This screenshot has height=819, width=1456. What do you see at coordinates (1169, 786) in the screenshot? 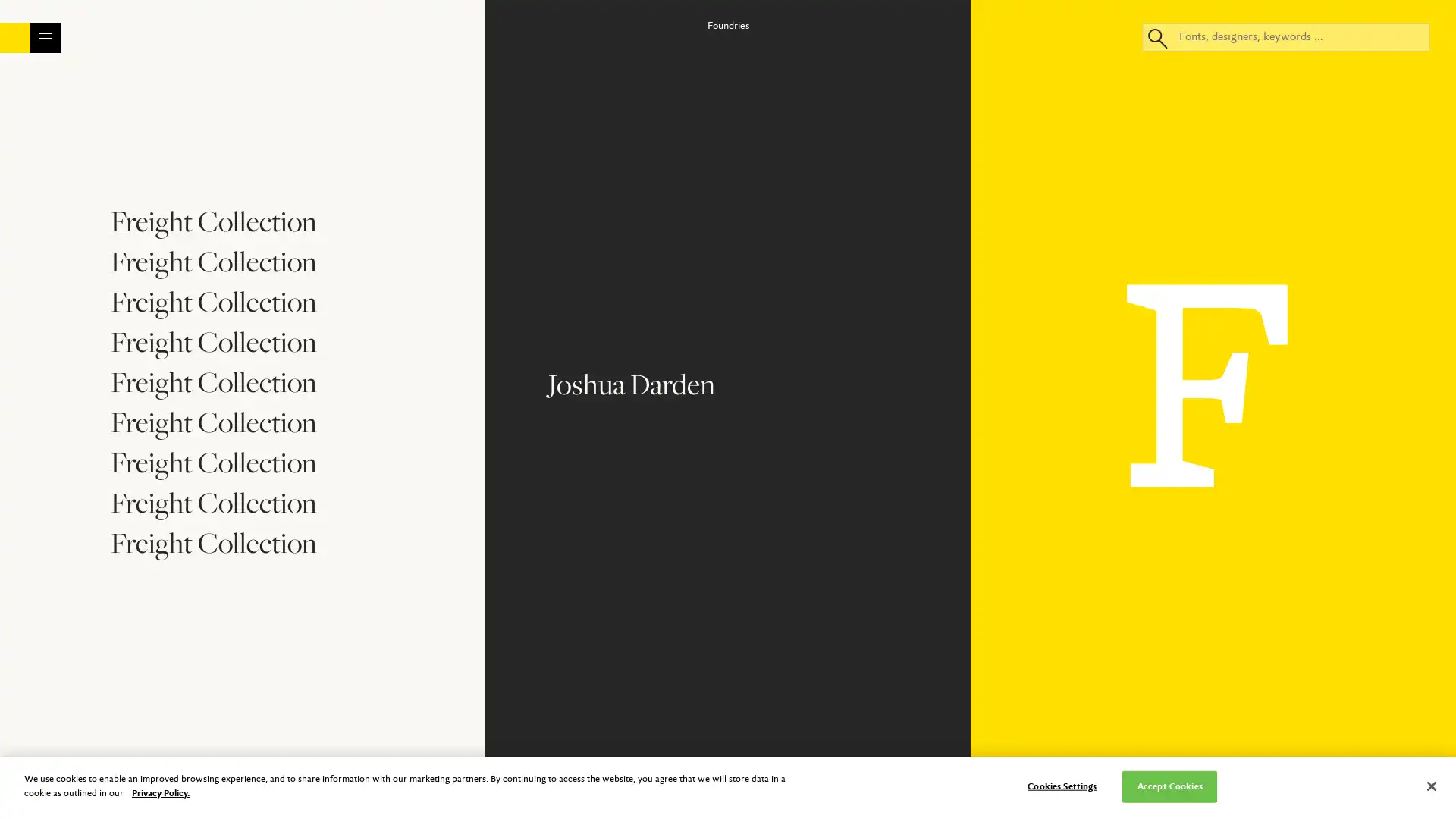
I see `Accept Cookies` at bounding box center [1169, 786].